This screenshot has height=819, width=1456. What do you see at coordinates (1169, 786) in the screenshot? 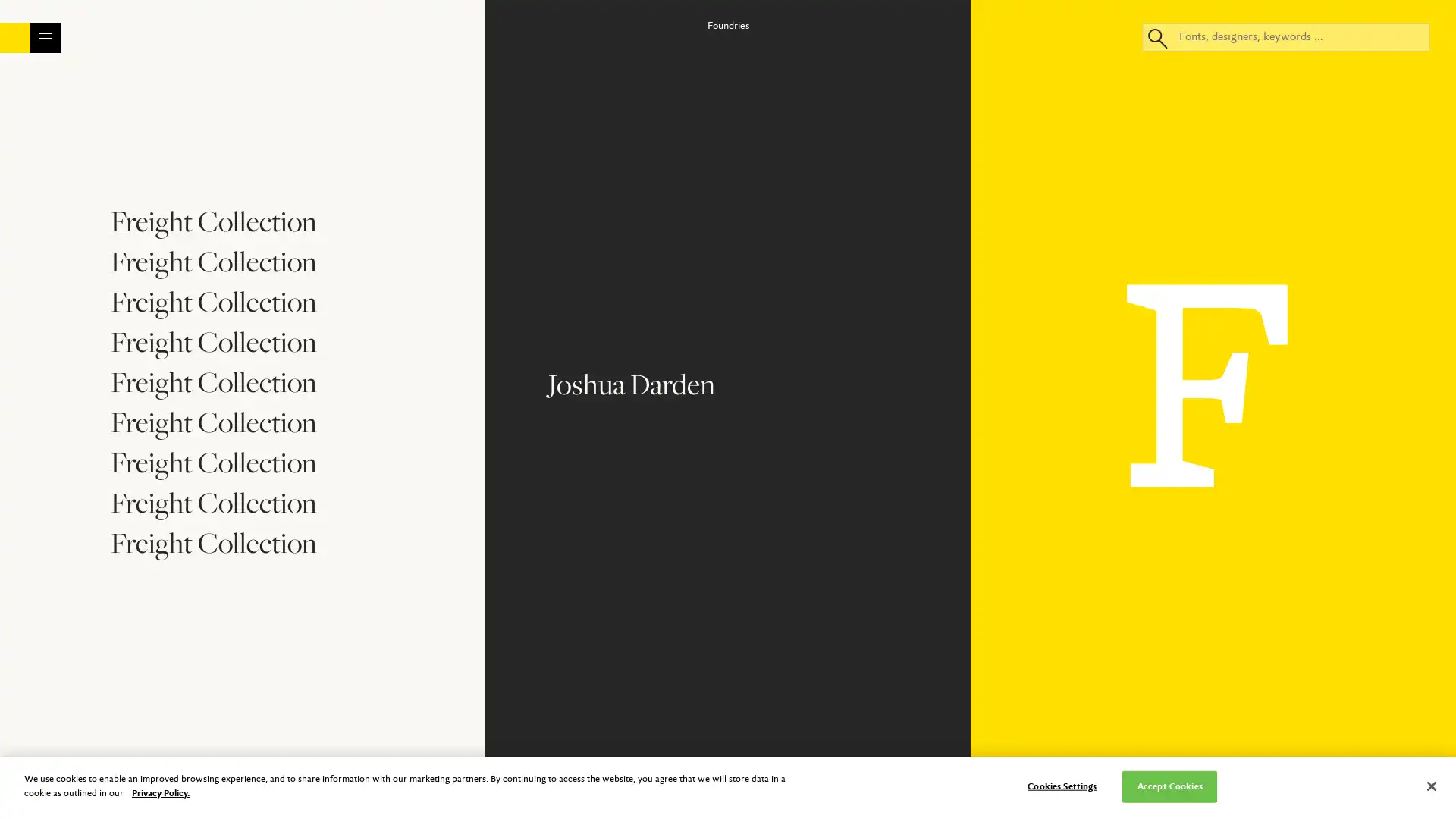
I see `Accept Cookies` at bounding box center [1169, 786].